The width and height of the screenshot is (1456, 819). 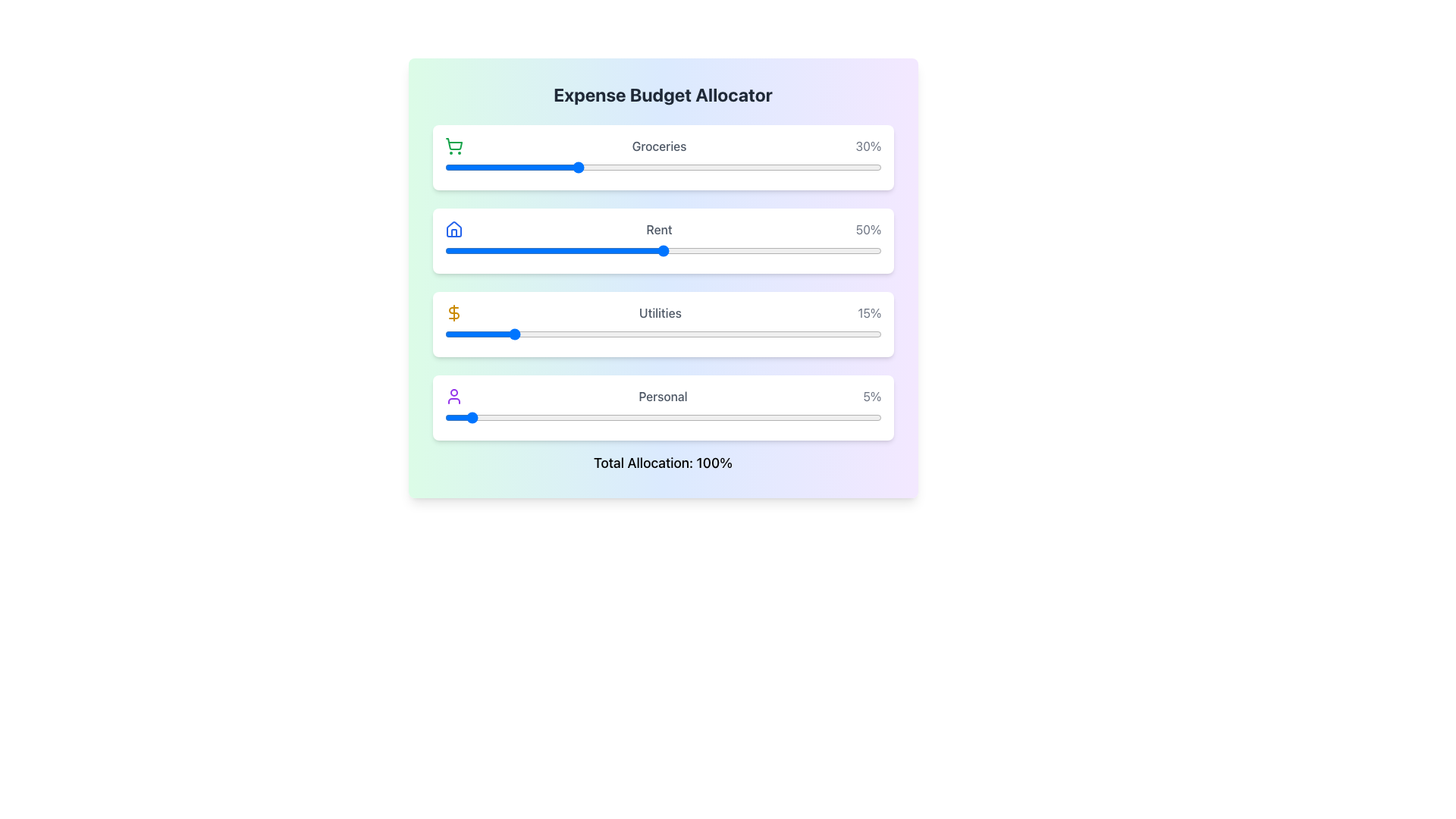 I want to click on the house icon with a blue outline and semi-transparent interior, located at the leftmost side of the 'Rent' row, so click(x=453, y=230).